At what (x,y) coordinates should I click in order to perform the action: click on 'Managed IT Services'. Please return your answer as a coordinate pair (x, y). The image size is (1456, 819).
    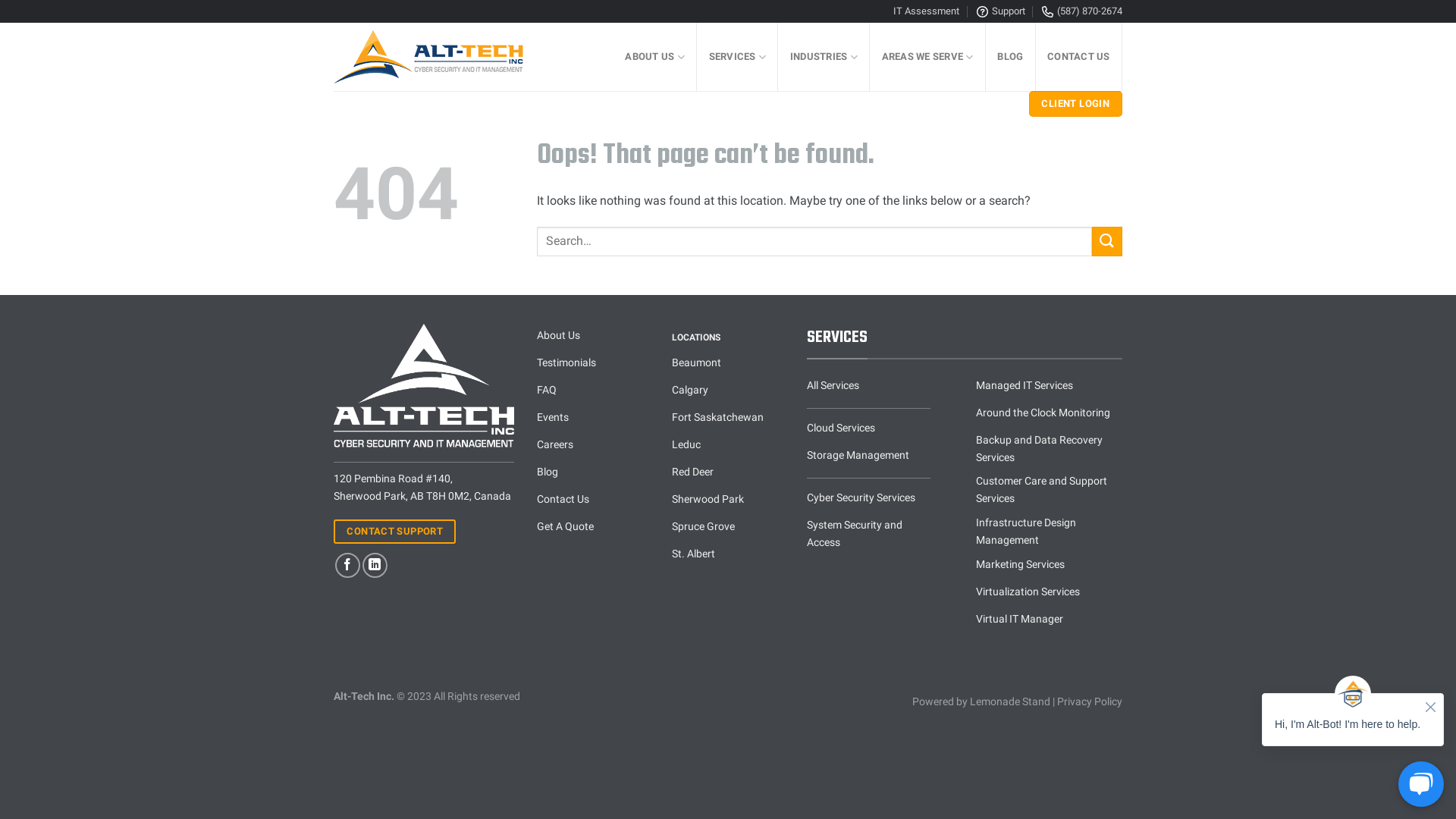
    Looking at the image, I should click on (1048, 385).